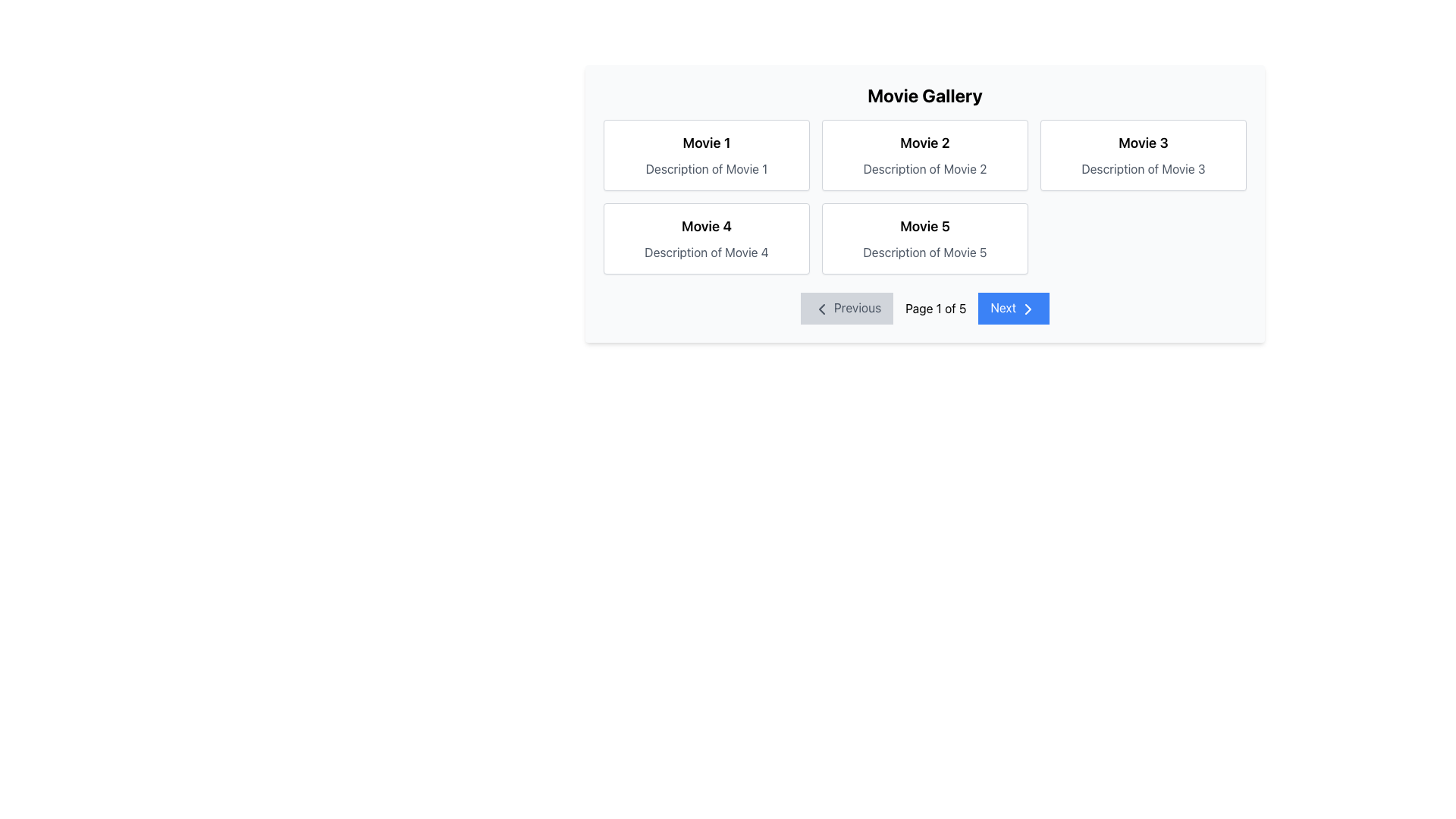 The width and height of the screenshot is (1456, 819). I want to click on the 'Previous' button with a leftward arrow icon, so click(846, 307).